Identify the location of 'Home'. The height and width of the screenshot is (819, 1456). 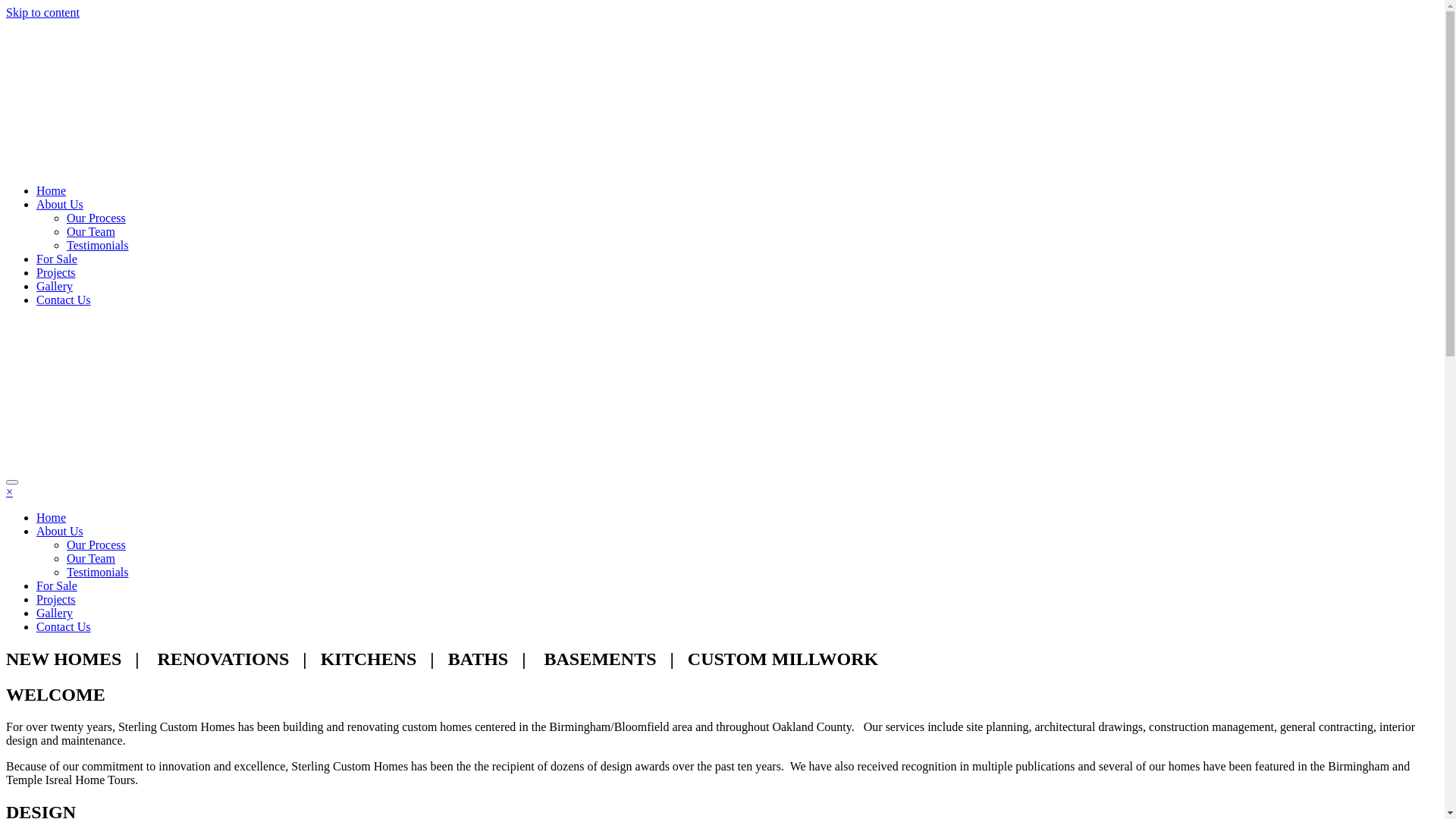
(51, 516).